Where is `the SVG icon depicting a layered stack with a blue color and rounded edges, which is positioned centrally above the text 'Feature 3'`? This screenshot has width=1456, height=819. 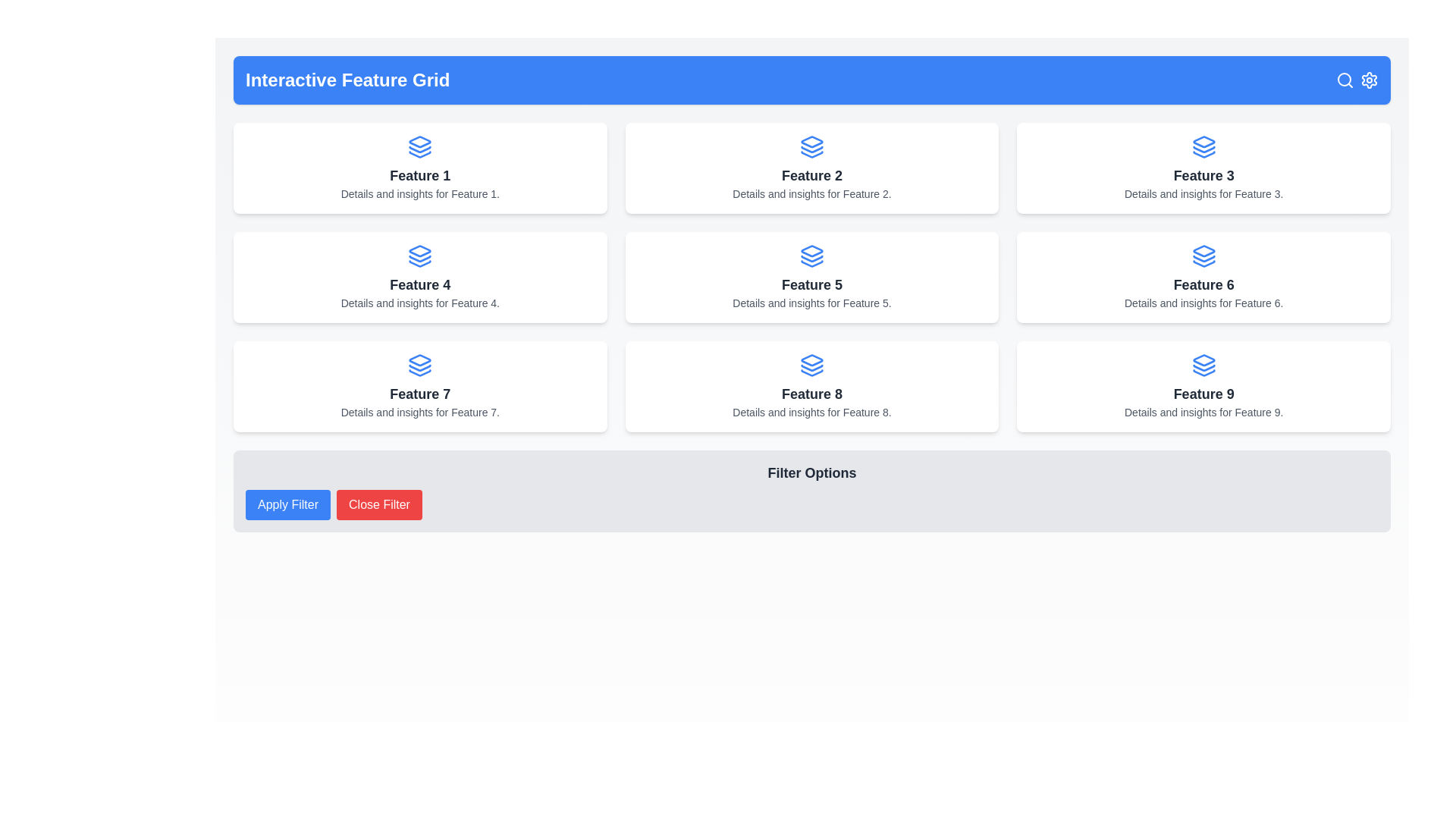
the SVG icon depicting a layered stack with a blue color and rounded edges, which is positioned centrally above the text 'Feature 3' is located at coordinates (1203, 146).